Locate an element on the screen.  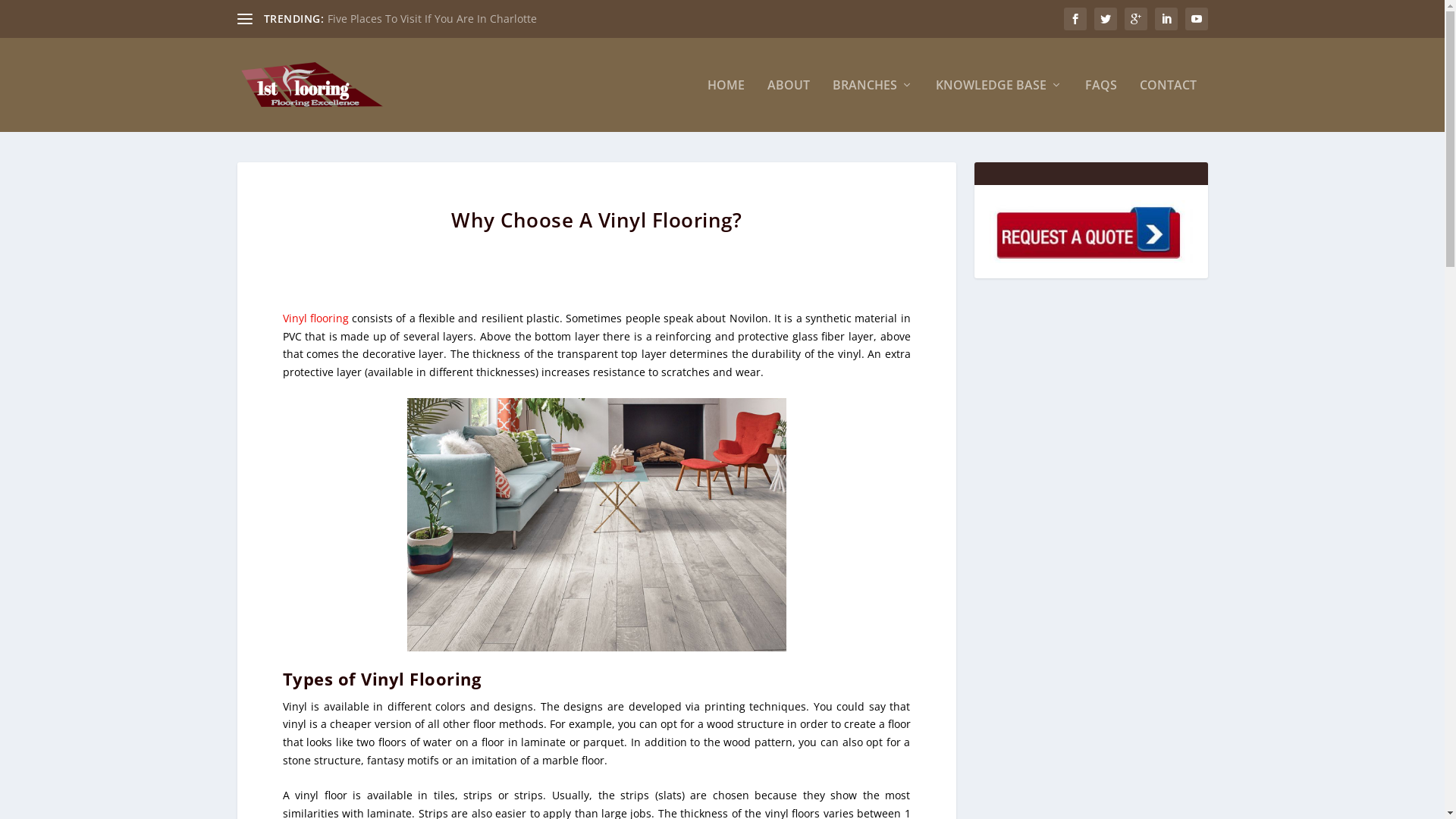
'KNOWLEDGE BASE' is located at coordinates (934, 104).